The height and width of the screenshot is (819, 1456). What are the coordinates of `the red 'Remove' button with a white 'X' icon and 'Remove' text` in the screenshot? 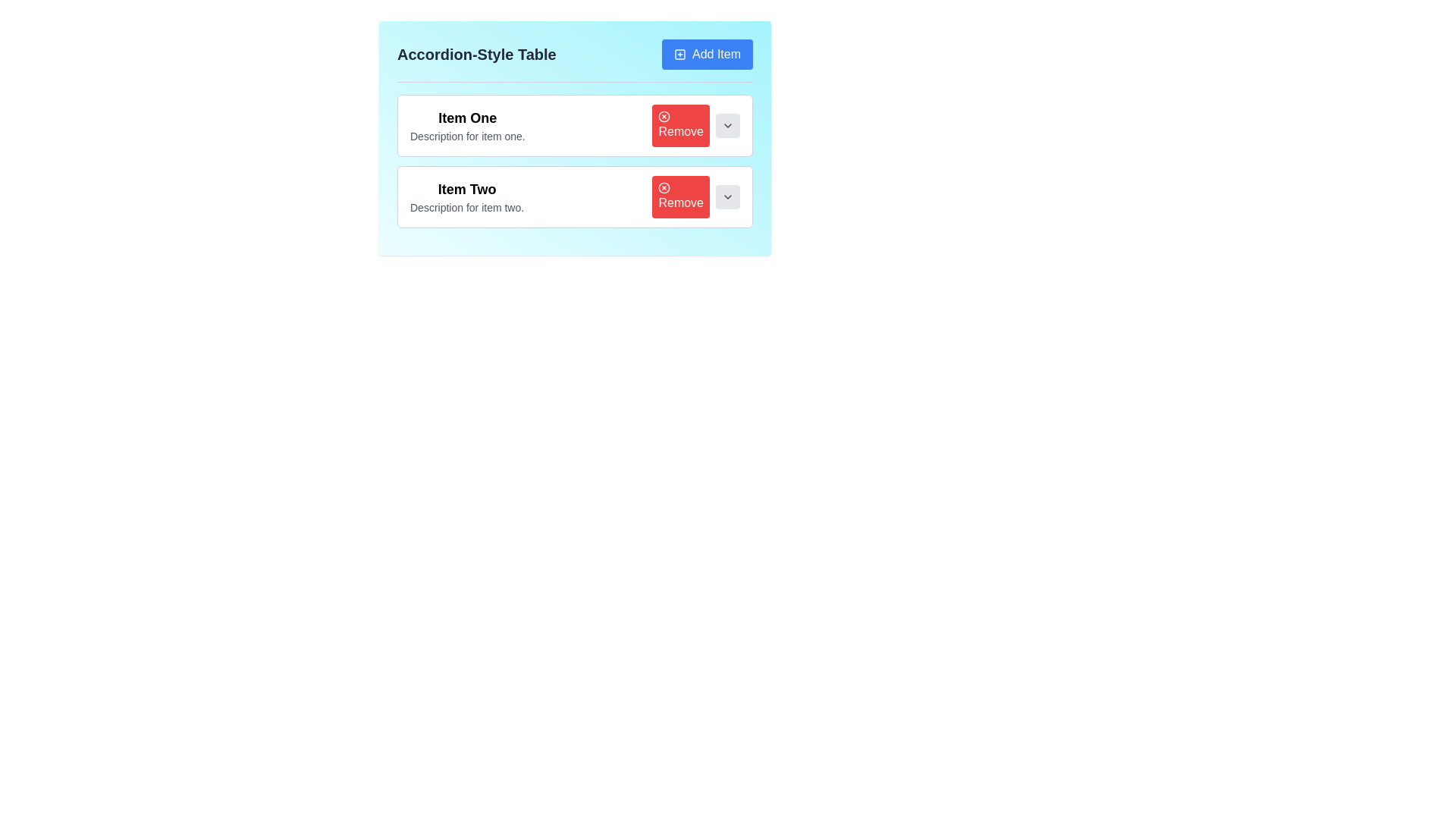 It's located at (679, 196).